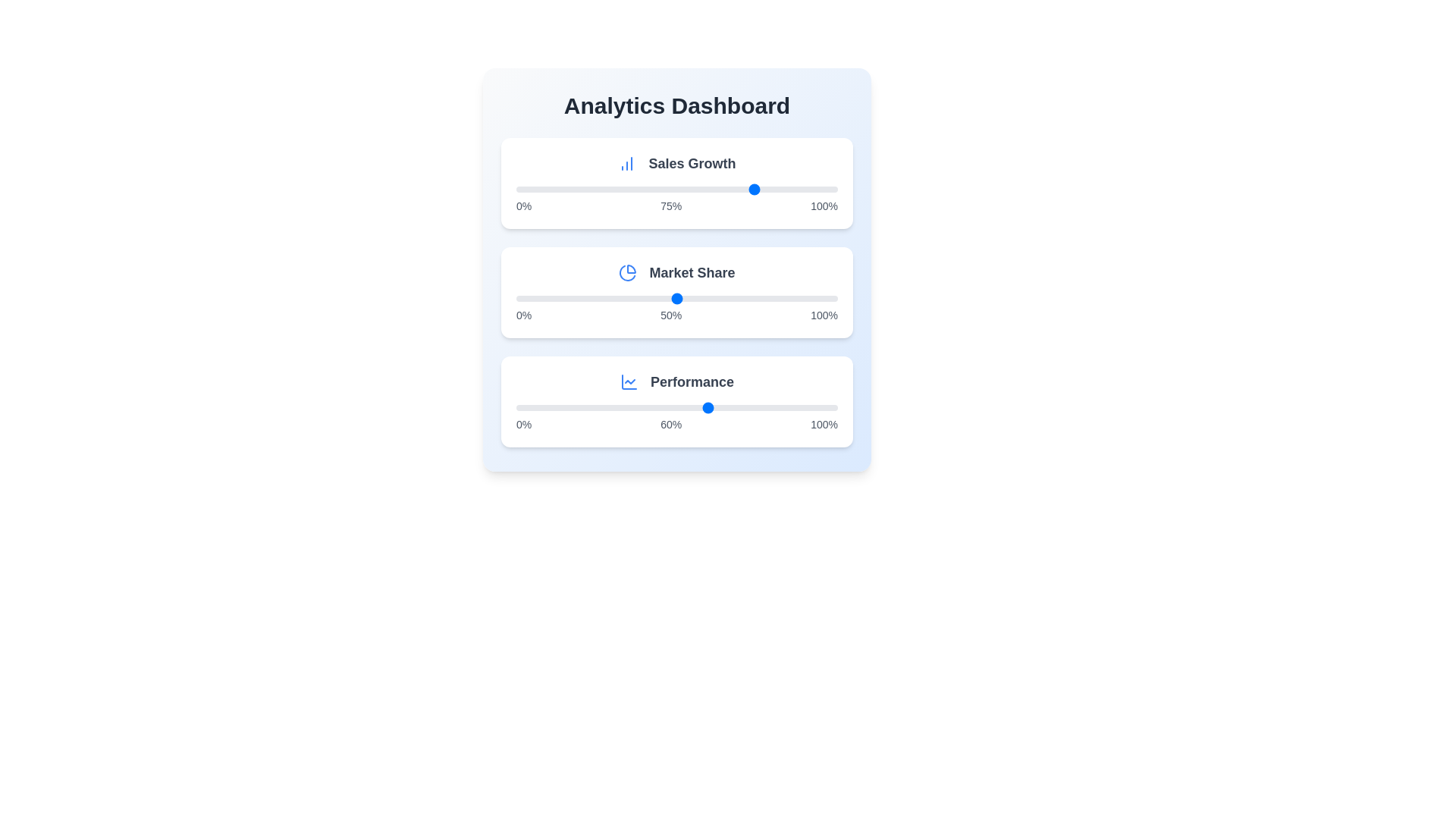  What do you see at coordinates (728, 406) in the screenshot?
I see `the 'Performance' slider to 66 percent` at bounding box center [728, 406].